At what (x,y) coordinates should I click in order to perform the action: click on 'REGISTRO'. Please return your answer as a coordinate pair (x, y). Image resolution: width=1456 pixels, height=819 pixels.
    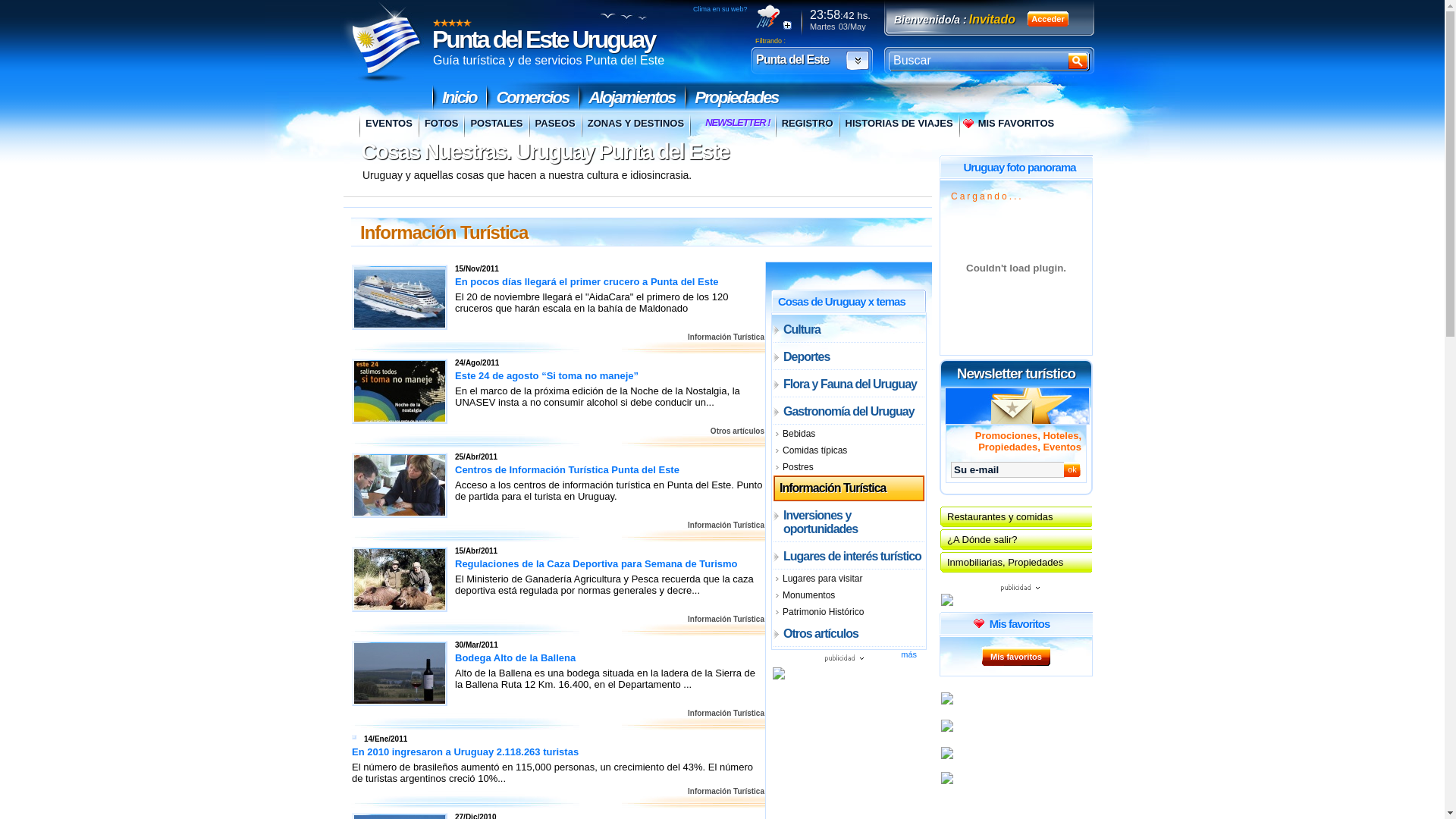
    Looking at the image, I should click on (806, 124).